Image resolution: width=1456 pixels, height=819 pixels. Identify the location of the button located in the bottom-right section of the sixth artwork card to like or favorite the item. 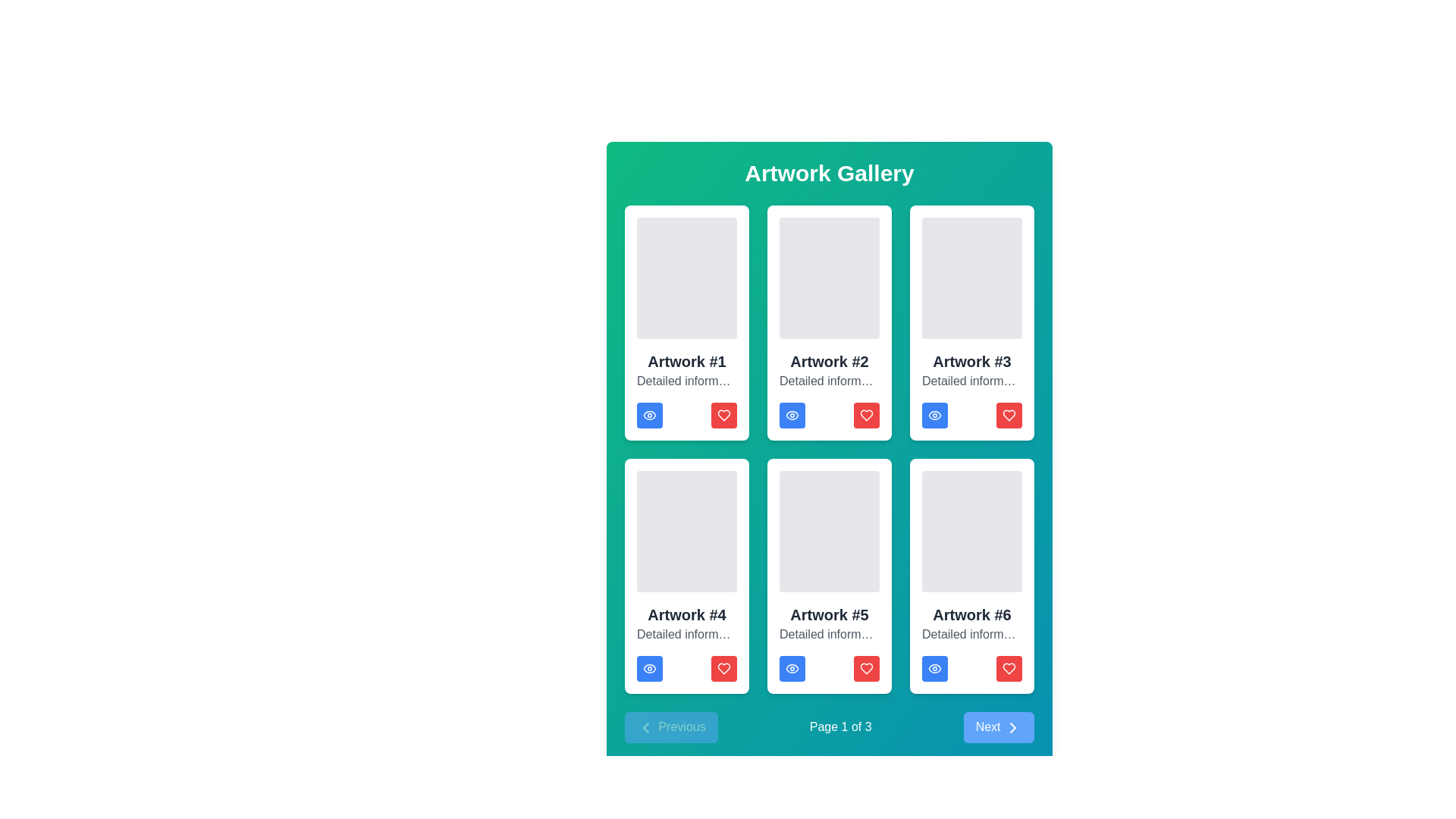
(1009, 668).